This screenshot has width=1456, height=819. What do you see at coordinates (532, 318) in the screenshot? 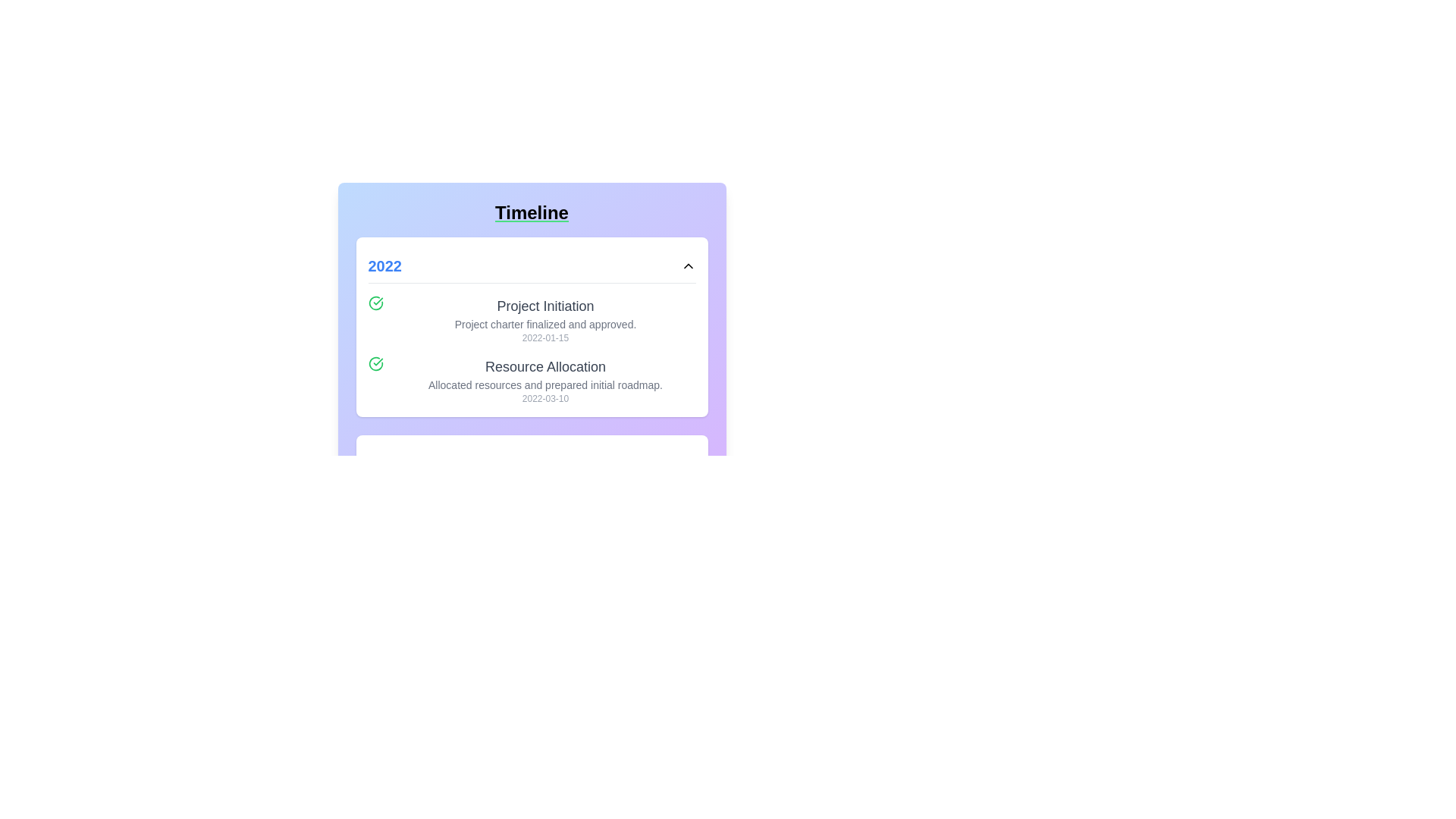
I see `the milestone entry titled 'Project Initiation' in the timeline` at bounding box center [532, 318].